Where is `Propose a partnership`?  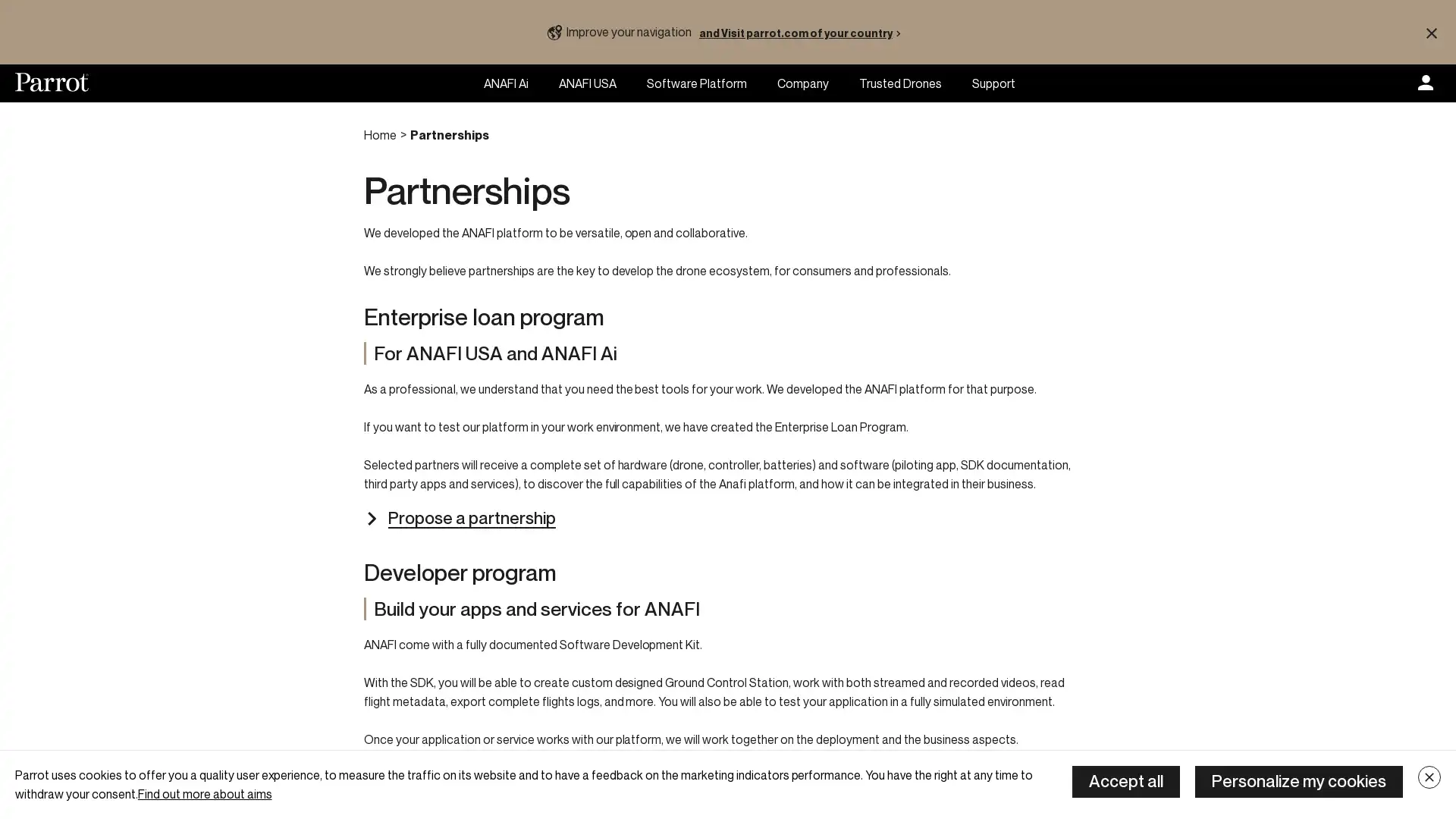
Propose a partnership is located at coordinates (458, 517).